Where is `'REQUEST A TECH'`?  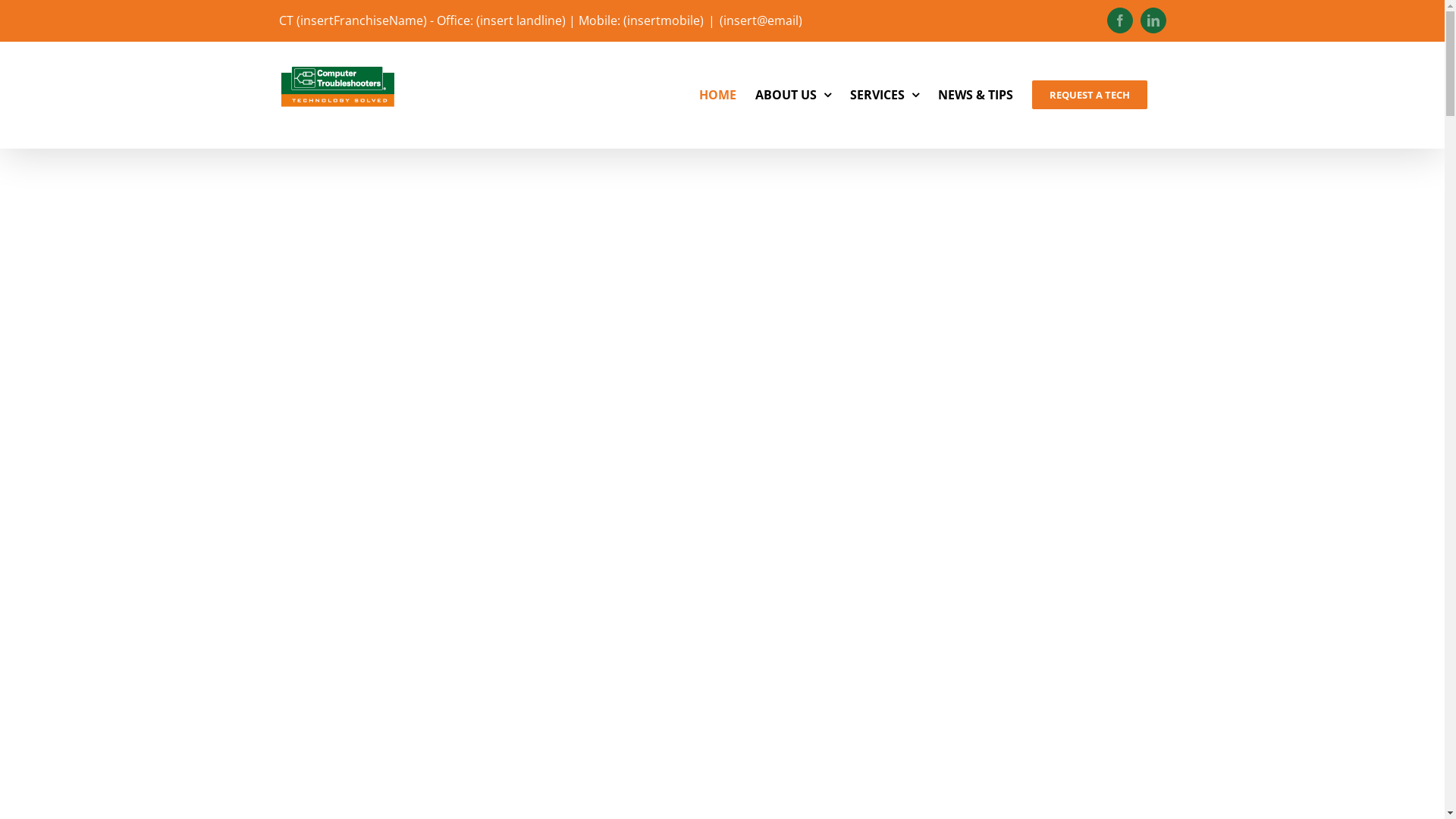
'REQUEST A TECH' is located at coordinates (1087, 94).